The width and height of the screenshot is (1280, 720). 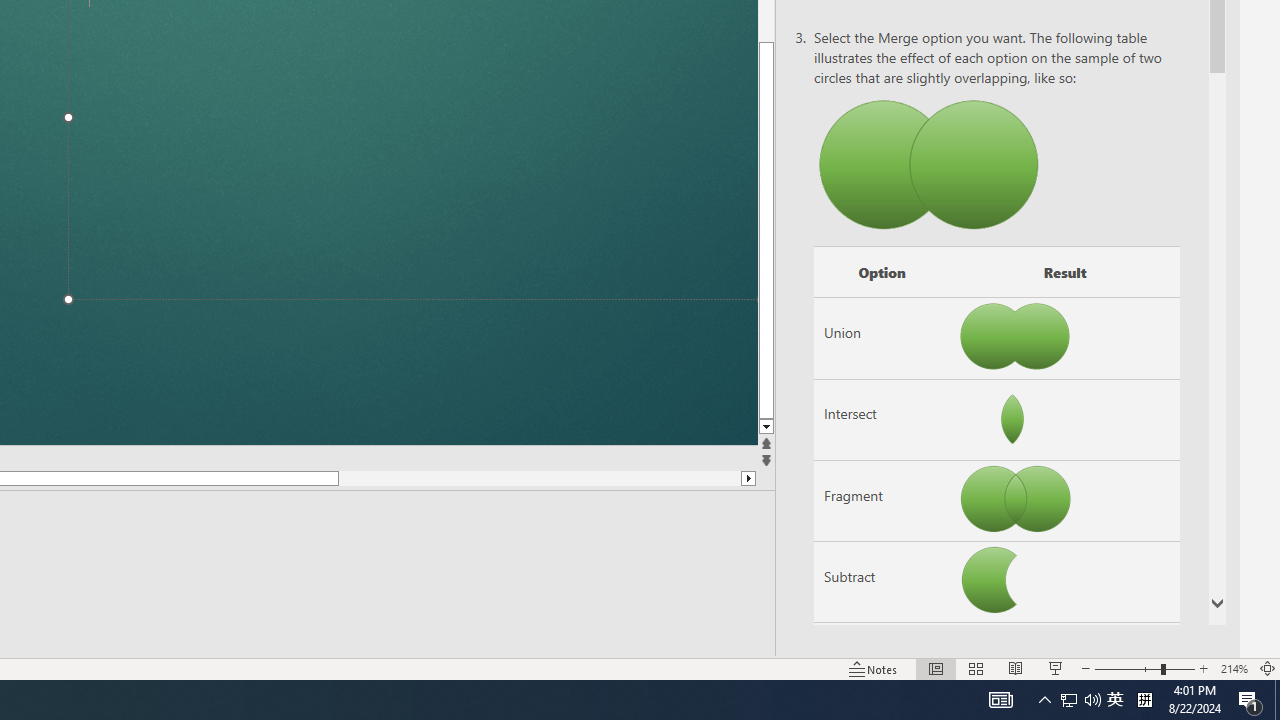 I want to click on 'Zoom Out', so click(x=1127, y=669).